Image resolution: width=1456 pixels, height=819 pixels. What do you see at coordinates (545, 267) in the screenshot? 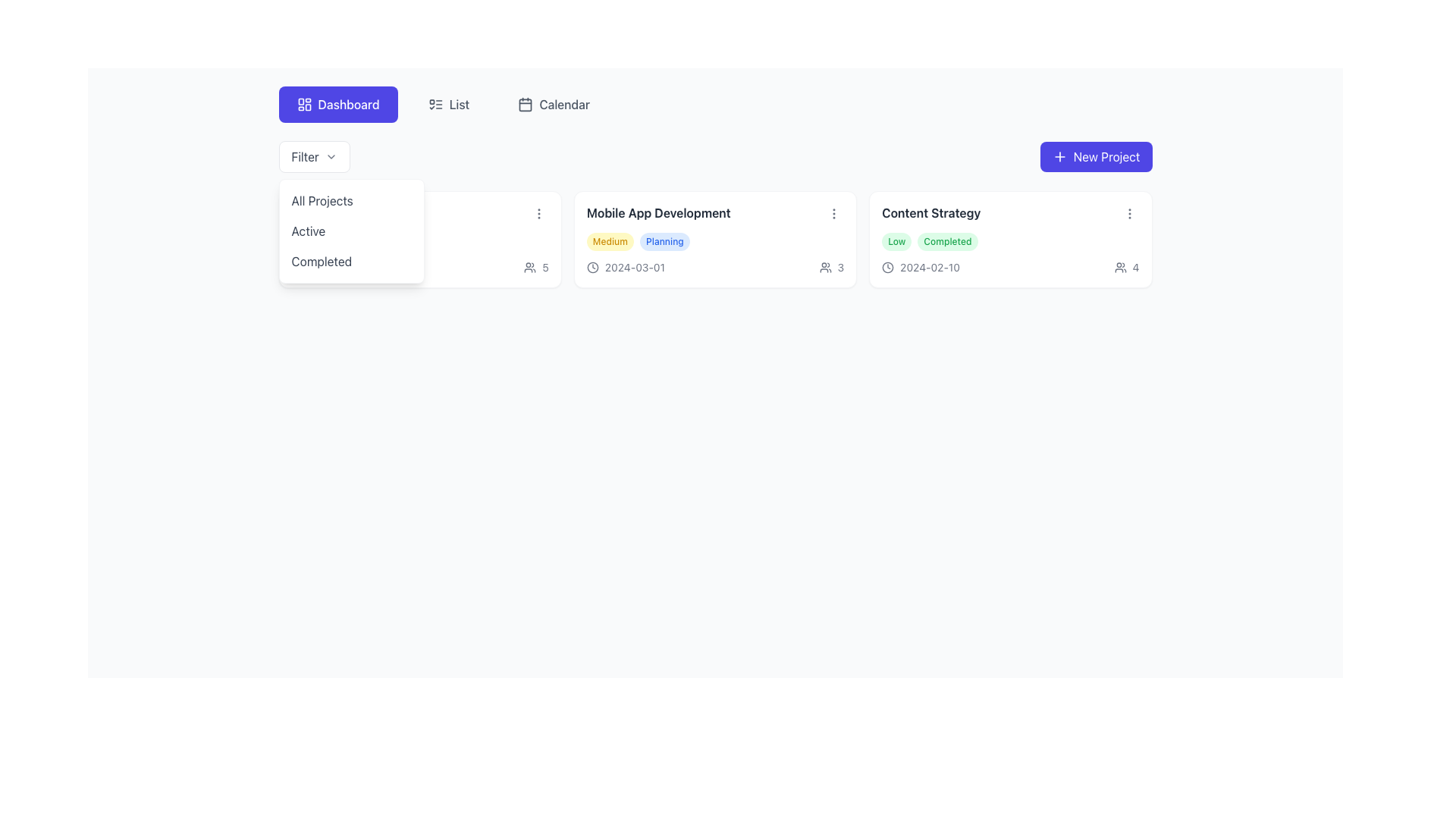
I see `text content displayed in the bottom right of the card layout, which indicates a numerical count associated with a group icon` at bounding box center [545, 267].